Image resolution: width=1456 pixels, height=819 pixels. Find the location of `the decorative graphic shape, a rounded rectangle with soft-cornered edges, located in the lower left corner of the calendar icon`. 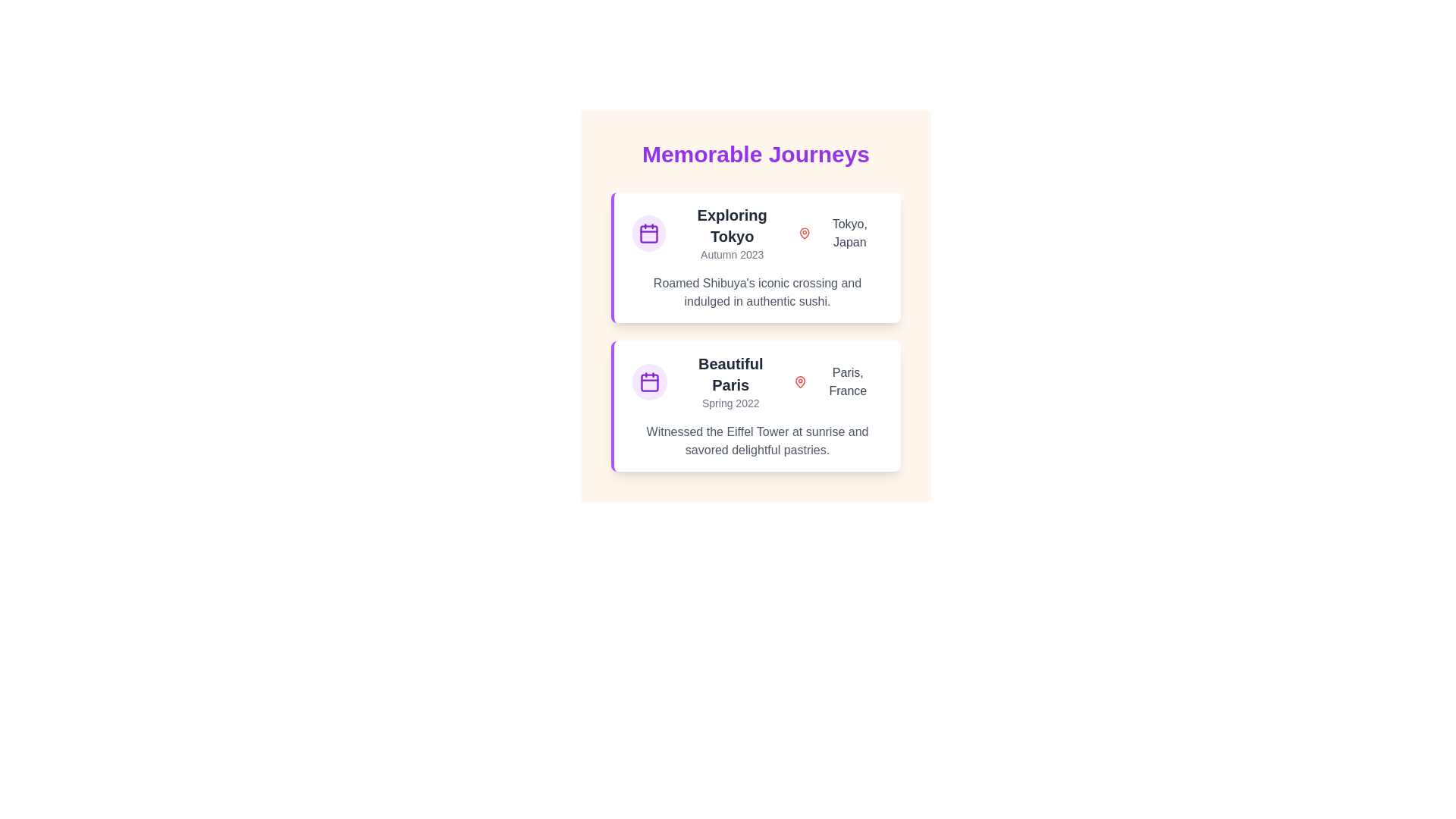

the decorative graphic shape, a rounded rectangle with soft-cornered edges, located in the lower left corner of the calendar icon is located at coordinates (650, 382).